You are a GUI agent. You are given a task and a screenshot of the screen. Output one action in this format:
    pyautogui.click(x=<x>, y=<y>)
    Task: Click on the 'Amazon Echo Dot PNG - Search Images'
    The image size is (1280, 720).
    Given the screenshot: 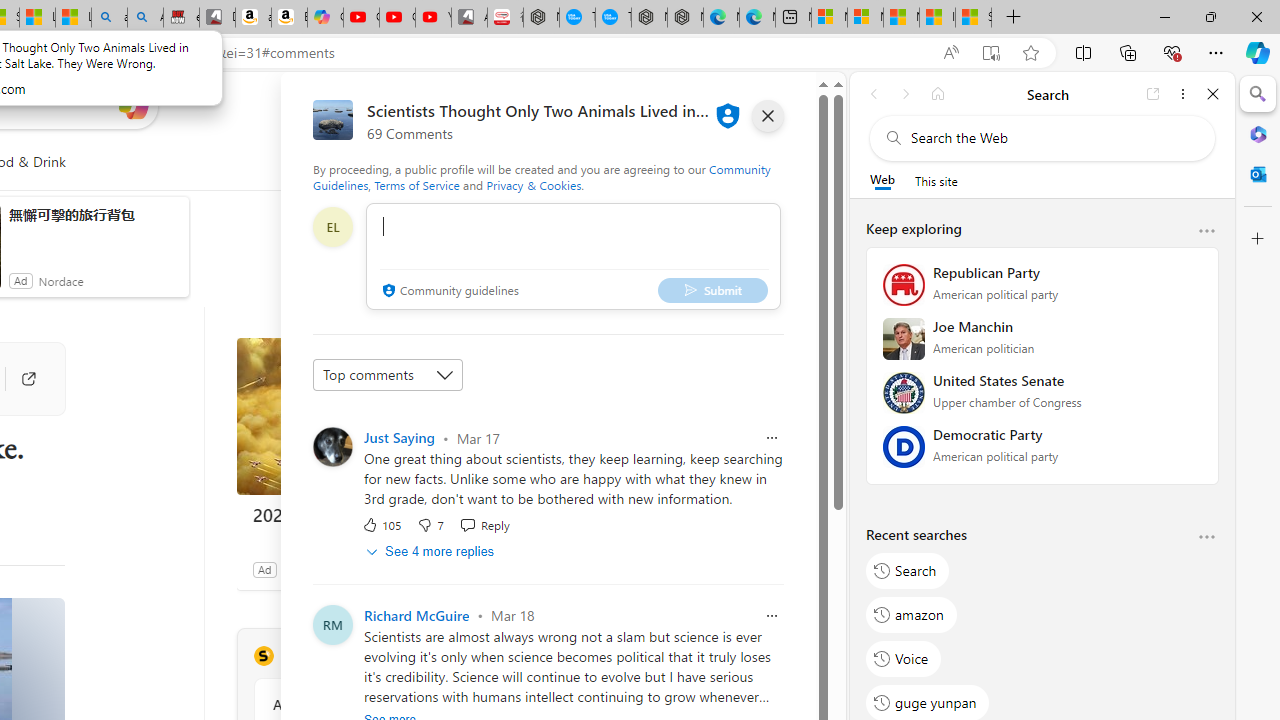 What is the action you would take?
    pyautogui.click(x=144, y=17)
    